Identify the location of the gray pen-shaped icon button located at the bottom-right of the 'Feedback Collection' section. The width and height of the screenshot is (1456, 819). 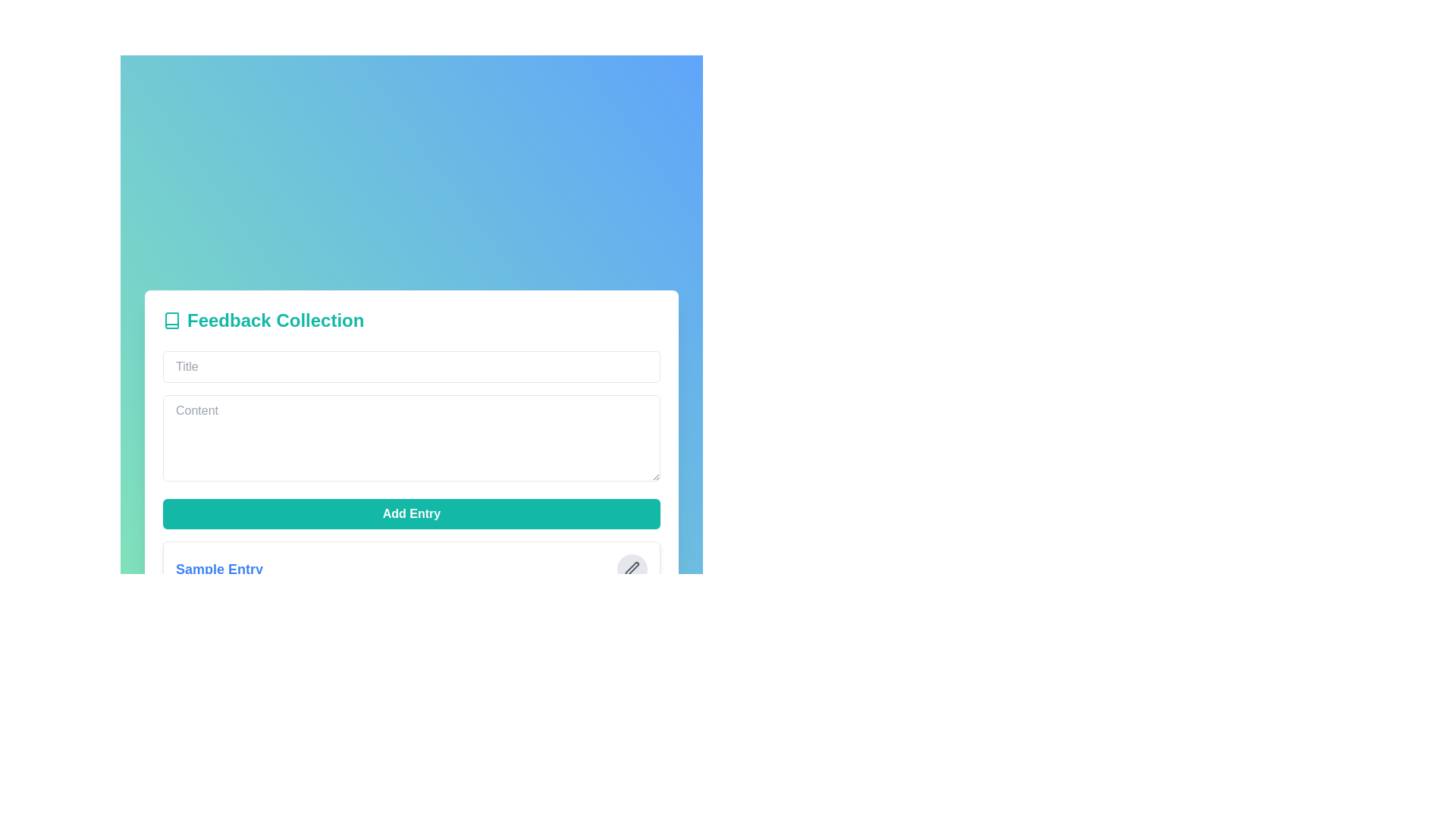
(632, 569).